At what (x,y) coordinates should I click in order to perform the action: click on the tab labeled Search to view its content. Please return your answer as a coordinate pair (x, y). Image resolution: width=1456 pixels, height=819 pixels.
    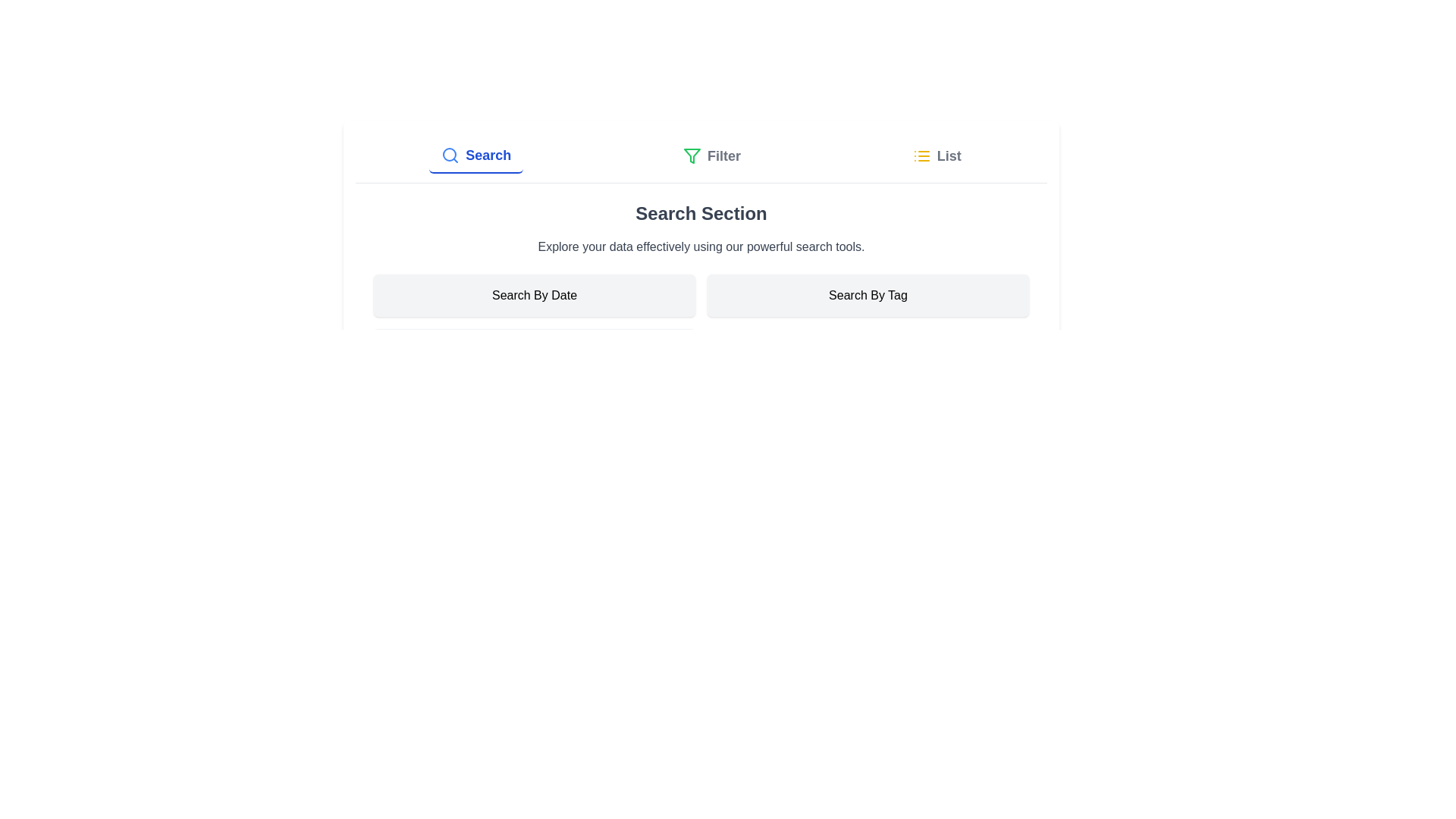
    Looking at the image, I should click on (475, 155).